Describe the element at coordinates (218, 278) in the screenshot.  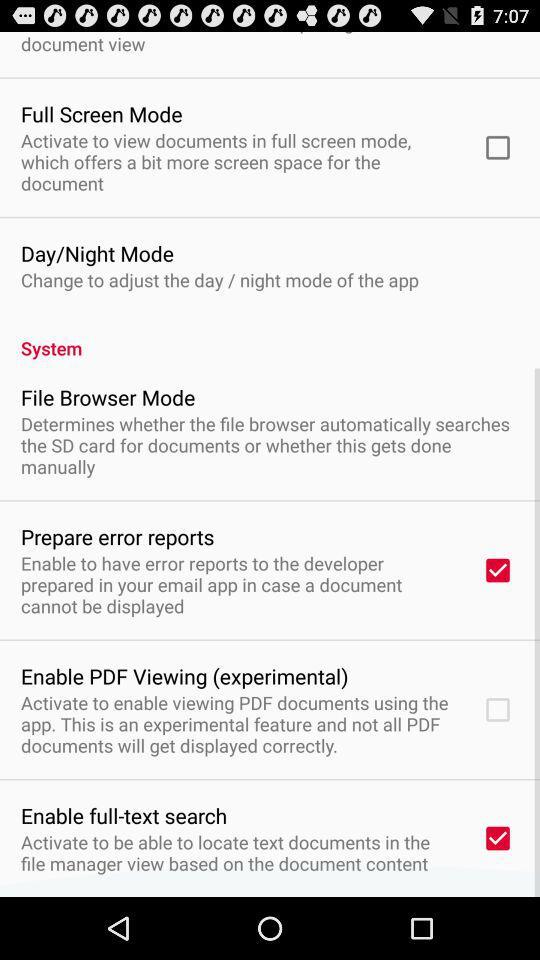
I see `change to adjust` at that location.